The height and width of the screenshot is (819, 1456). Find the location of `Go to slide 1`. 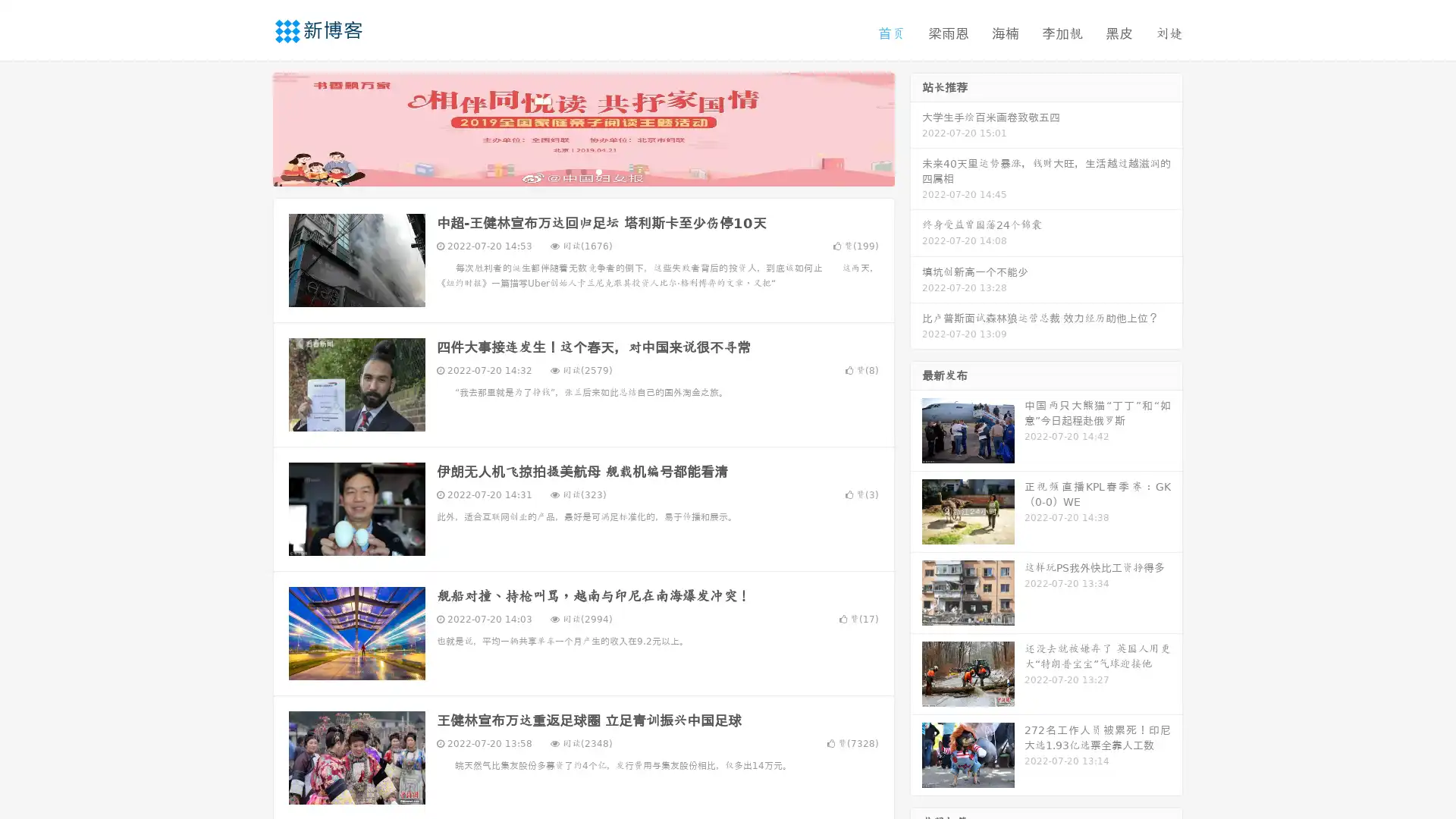

Go to slide 1 is located at coordinates (567, 171).